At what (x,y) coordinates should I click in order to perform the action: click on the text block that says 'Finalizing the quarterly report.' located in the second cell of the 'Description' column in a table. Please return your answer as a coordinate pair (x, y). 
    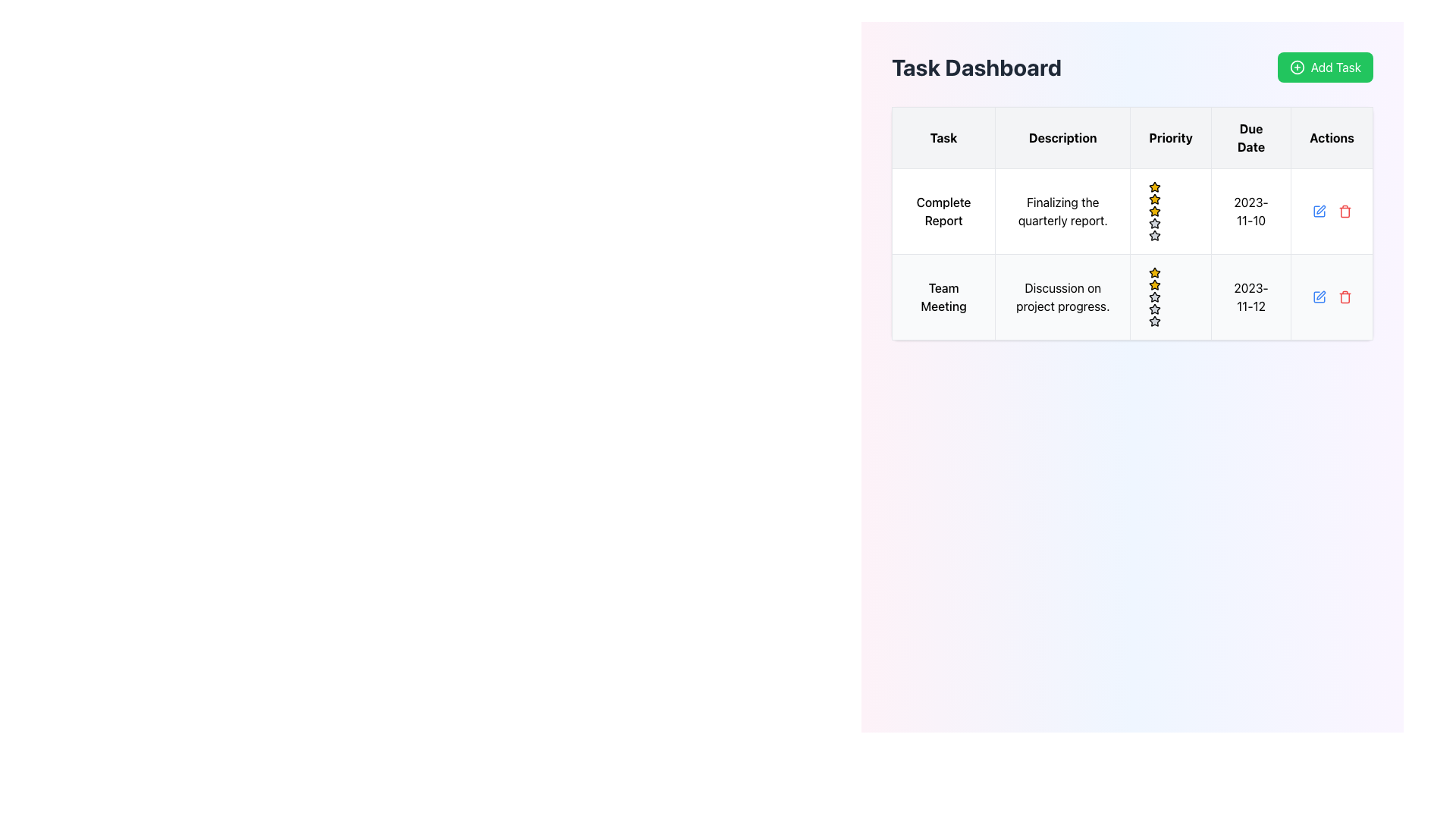
    Looking at the image, I should click on (1062, 211).